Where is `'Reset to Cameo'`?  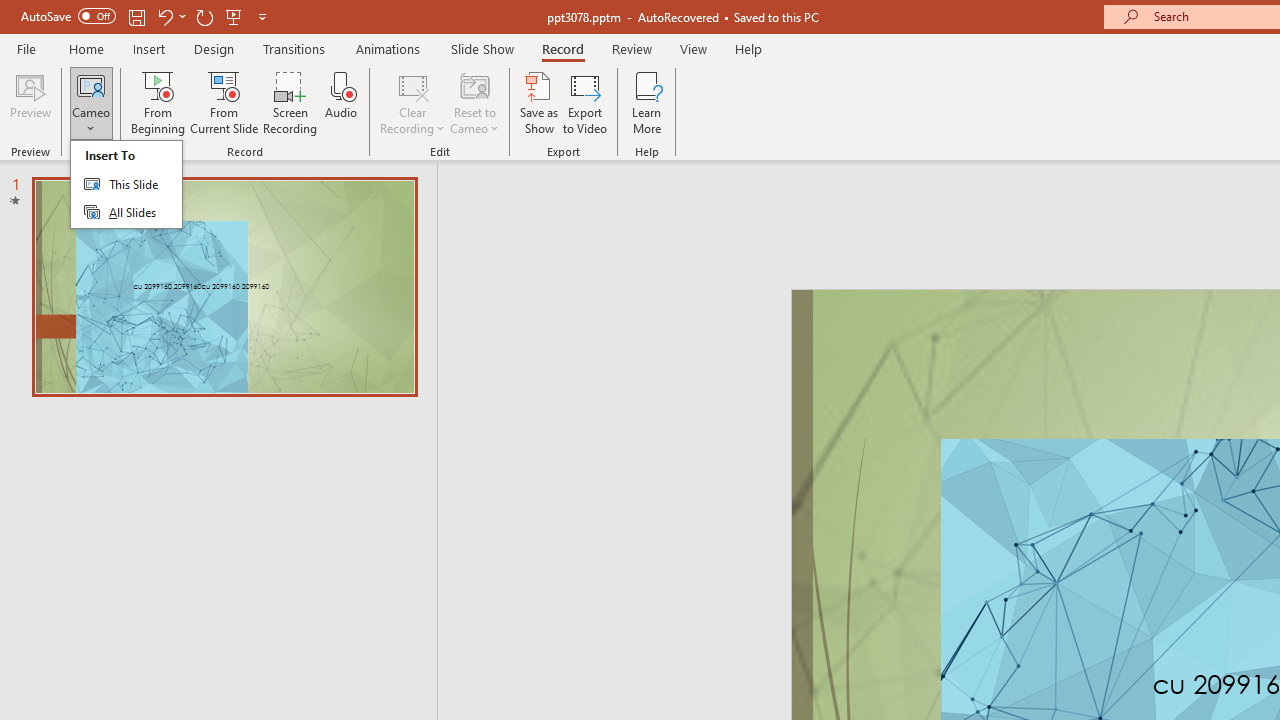
'Reset to Cameo' is located at coordinates (473, 103).